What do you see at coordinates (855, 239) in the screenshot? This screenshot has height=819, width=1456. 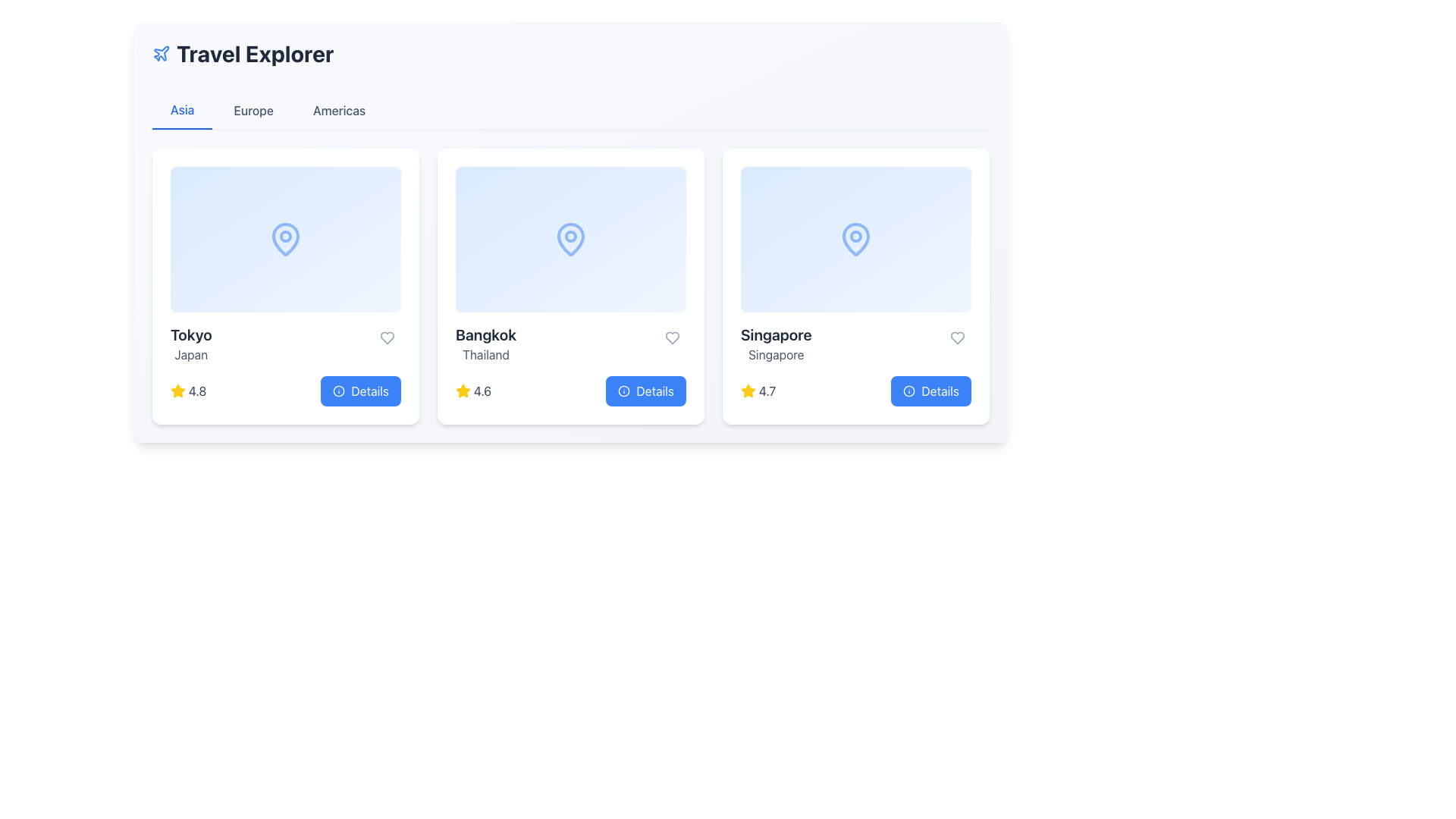 I see `the blue map pin icon with a circular design and hollow center, located within the image area of the Singapore card in the horizontal list layout` at bounding box center [855, 239].